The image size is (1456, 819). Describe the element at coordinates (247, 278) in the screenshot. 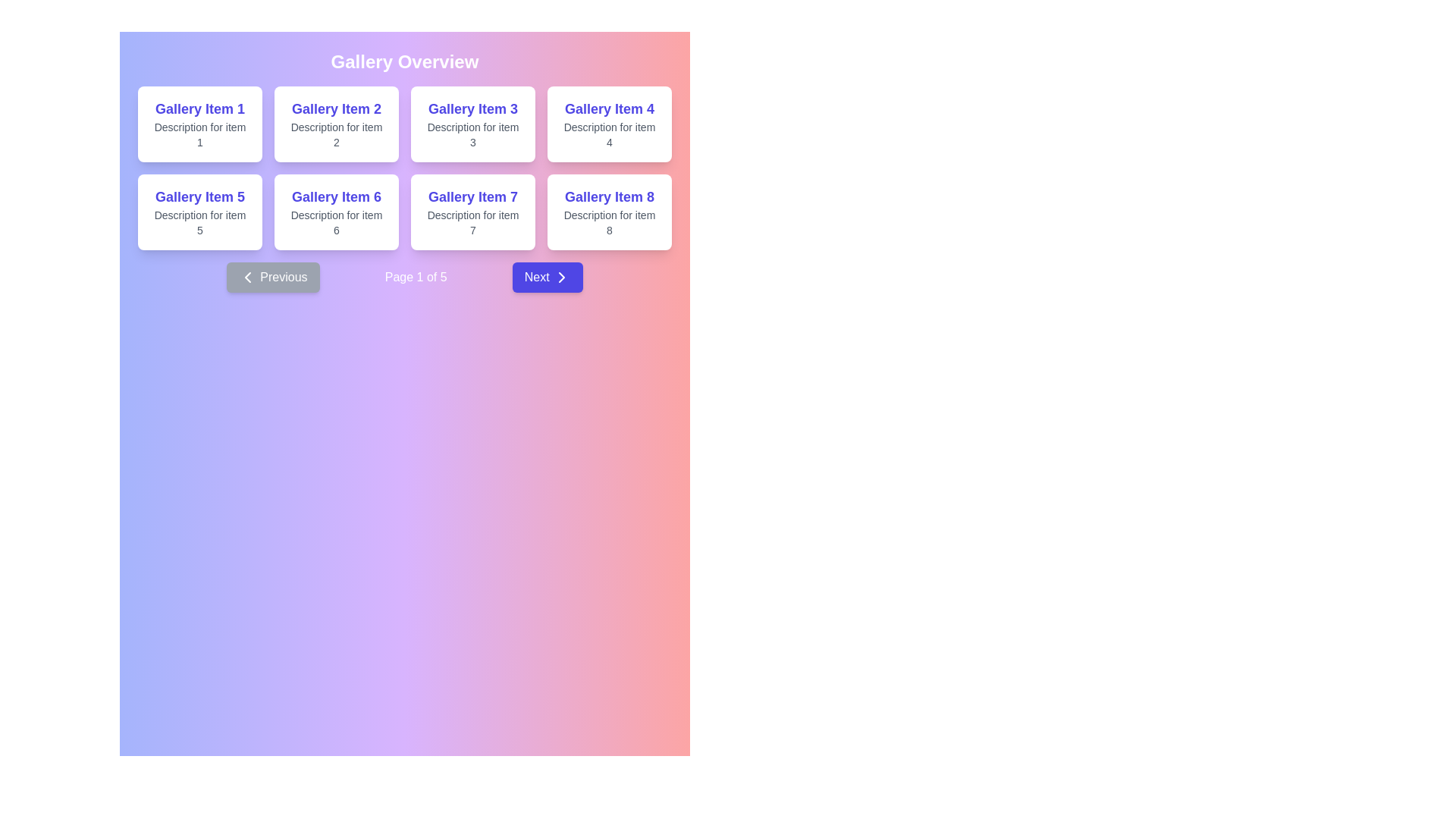

I see `the left-pointing chevron icon located to the left of the 'Previous' button for navigation purposes` at that location.